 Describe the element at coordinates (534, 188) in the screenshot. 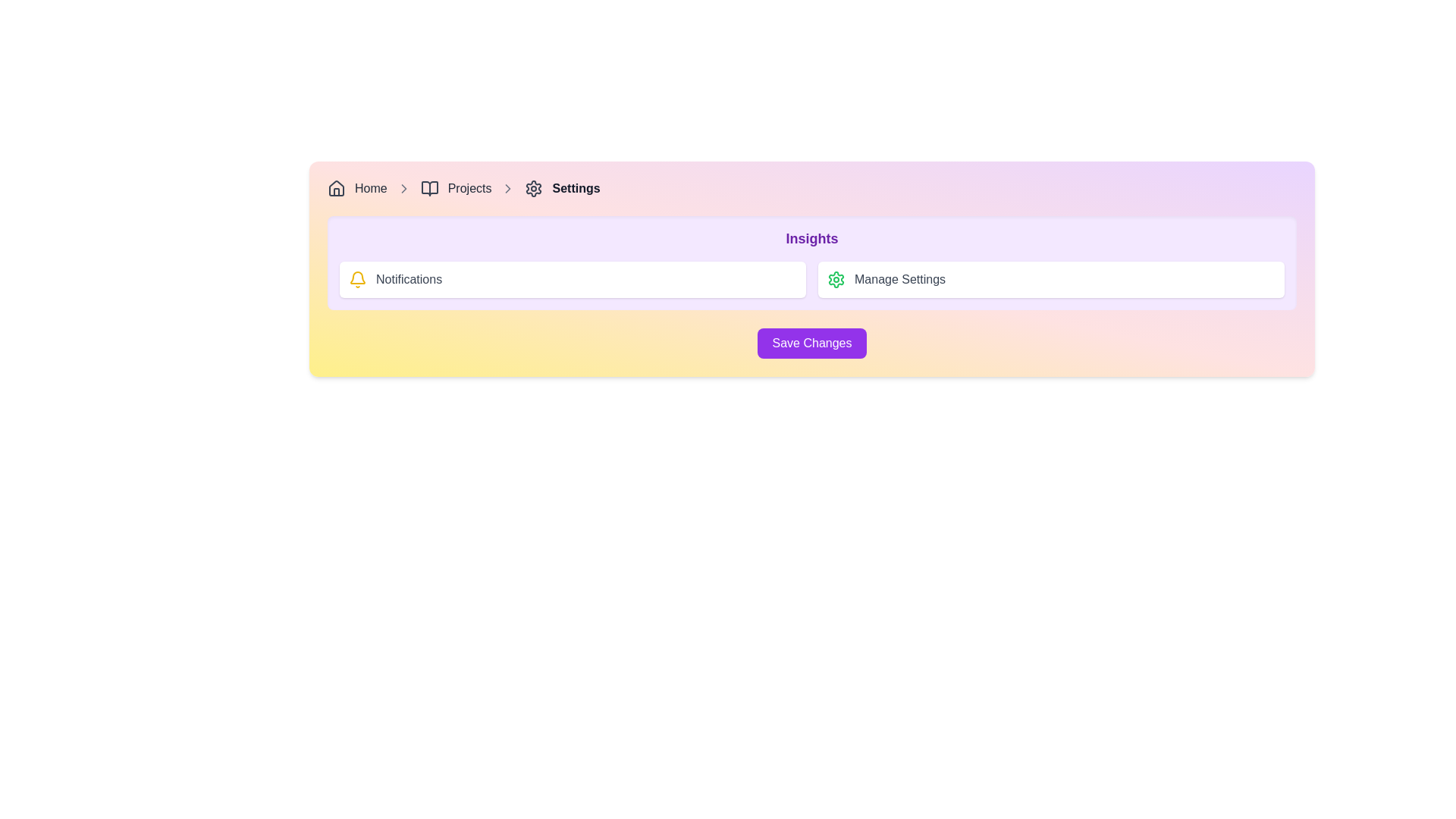

I see `the gear icon in the breadcrumb navigation bar, which is positioned between 'Projects' and 'Settings'` at that location.